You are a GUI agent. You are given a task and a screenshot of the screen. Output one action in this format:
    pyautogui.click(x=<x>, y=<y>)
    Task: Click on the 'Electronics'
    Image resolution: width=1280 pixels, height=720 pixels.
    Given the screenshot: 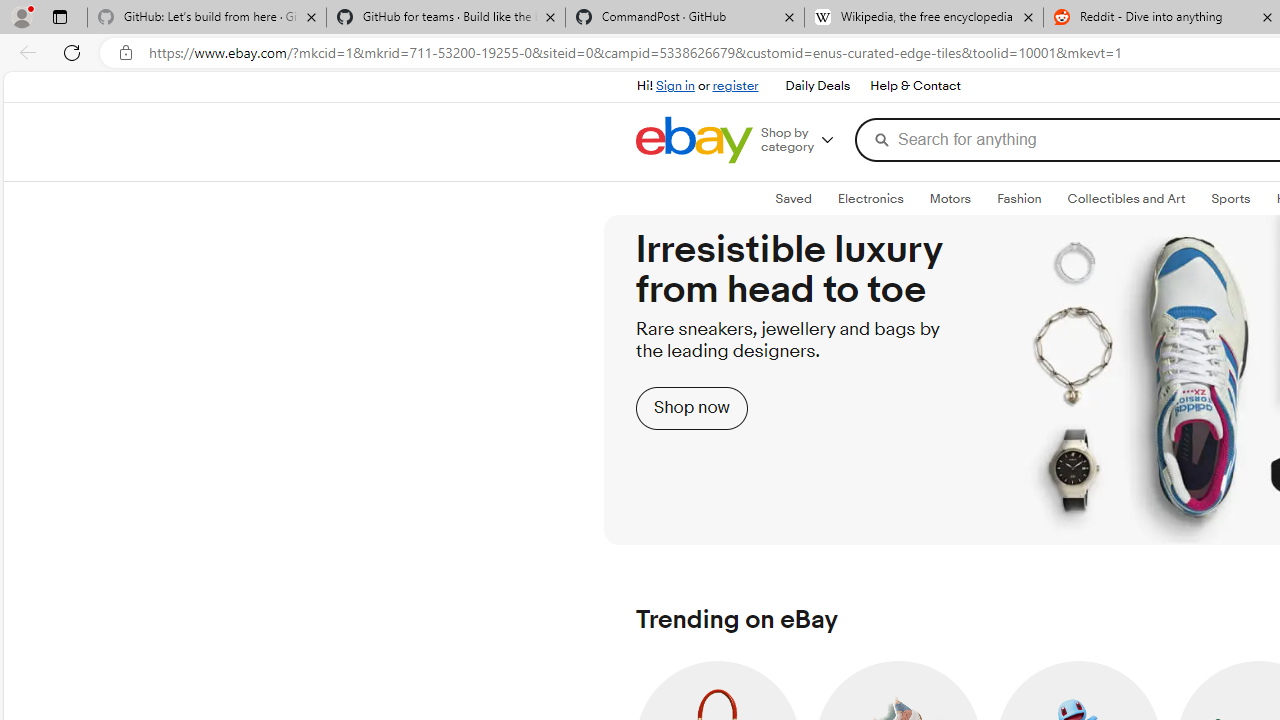 What is the action you would take?
    pyautogui.click(x=870, y=199)
    